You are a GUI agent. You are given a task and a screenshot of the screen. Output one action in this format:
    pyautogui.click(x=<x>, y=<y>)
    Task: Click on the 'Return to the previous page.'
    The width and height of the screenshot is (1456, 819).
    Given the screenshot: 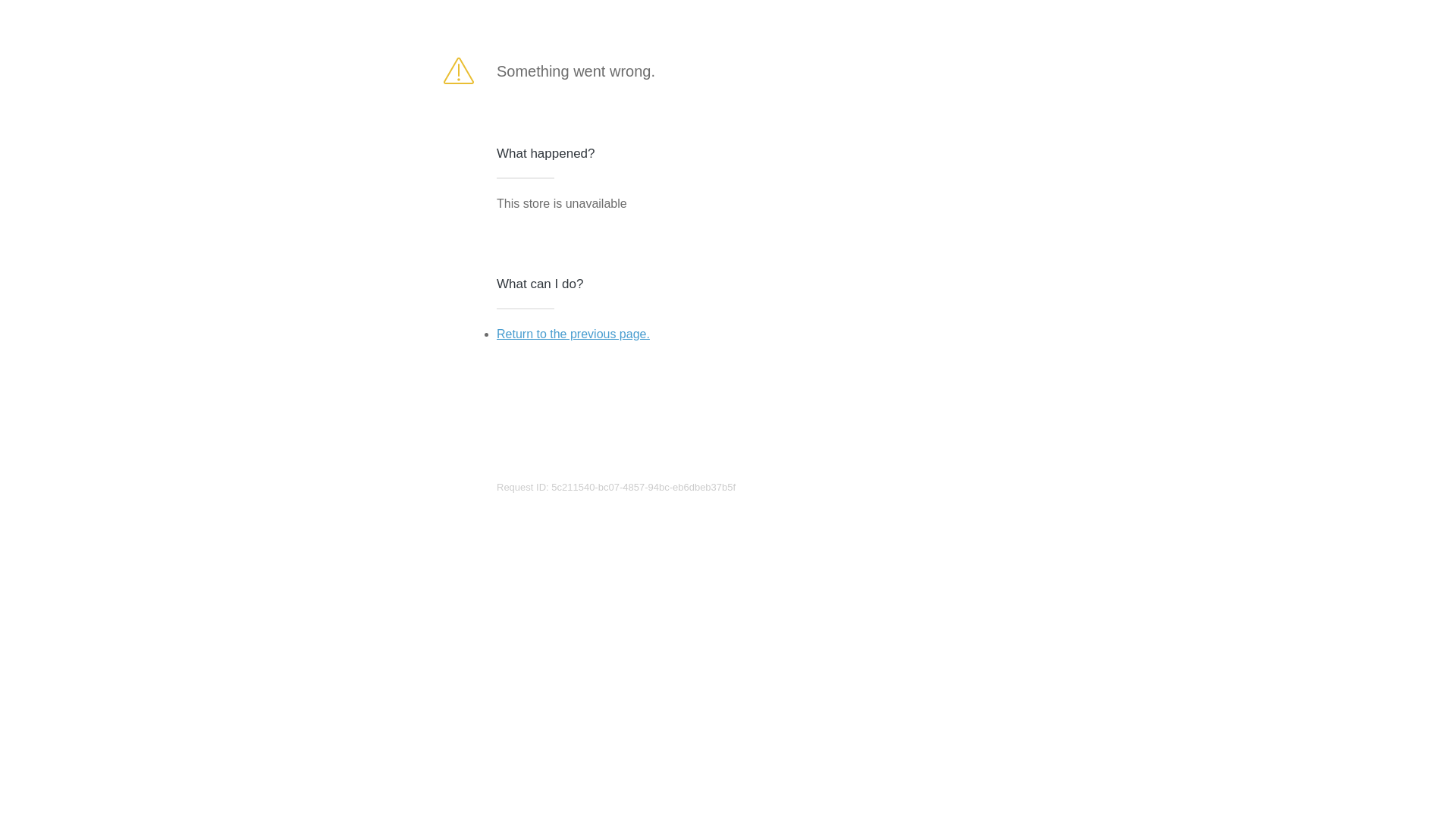 What is the action you would take?
    pyautogui.click(x=572, y=333)
    